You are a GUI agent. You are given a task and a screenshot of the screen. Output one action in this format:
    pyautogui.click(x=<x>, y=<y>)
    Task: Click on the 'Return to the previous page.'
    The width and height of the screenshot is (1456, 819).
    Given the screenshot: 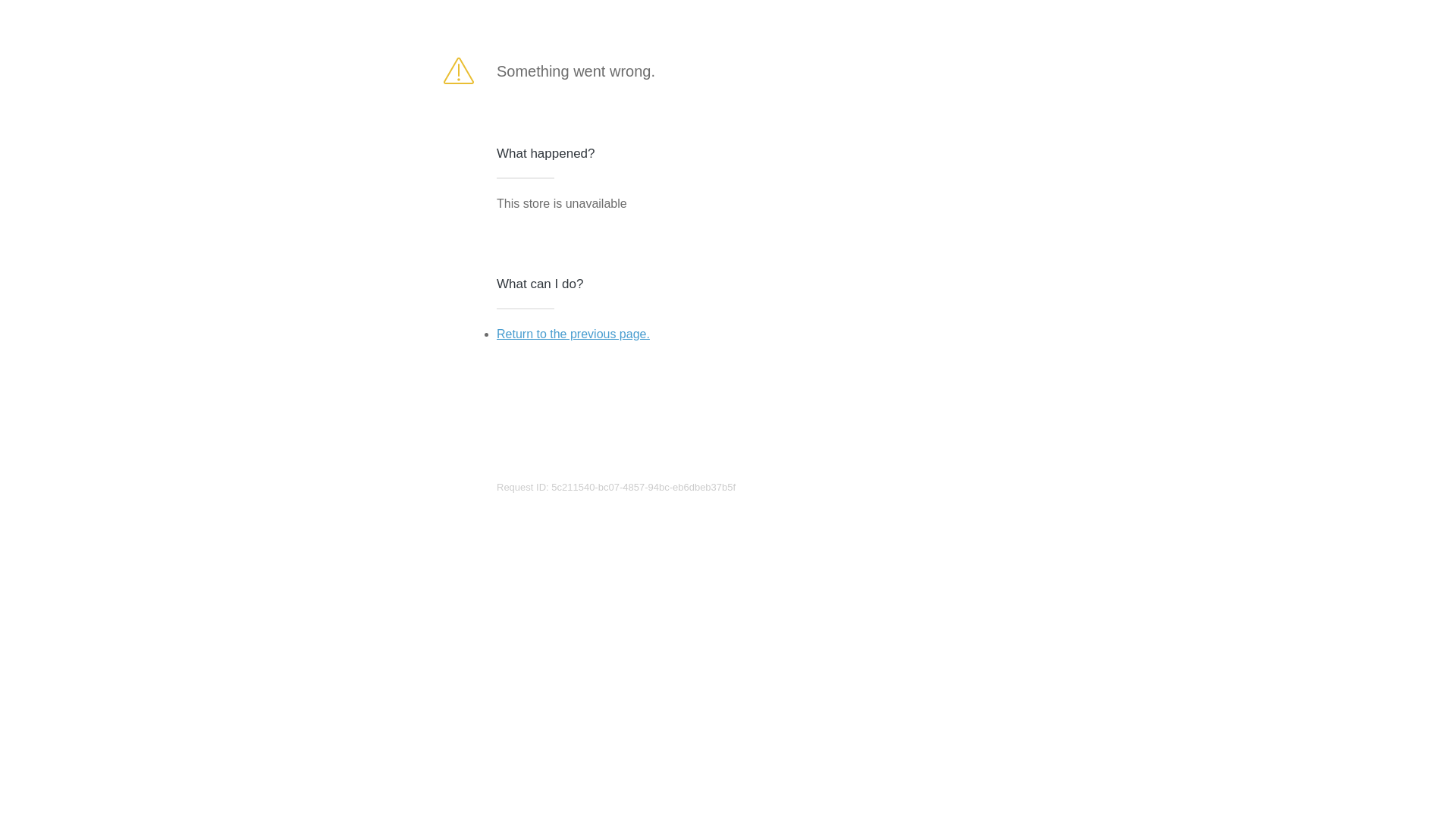 What is the action you would take?
    pyautogui.click(x=572, y=333)
    